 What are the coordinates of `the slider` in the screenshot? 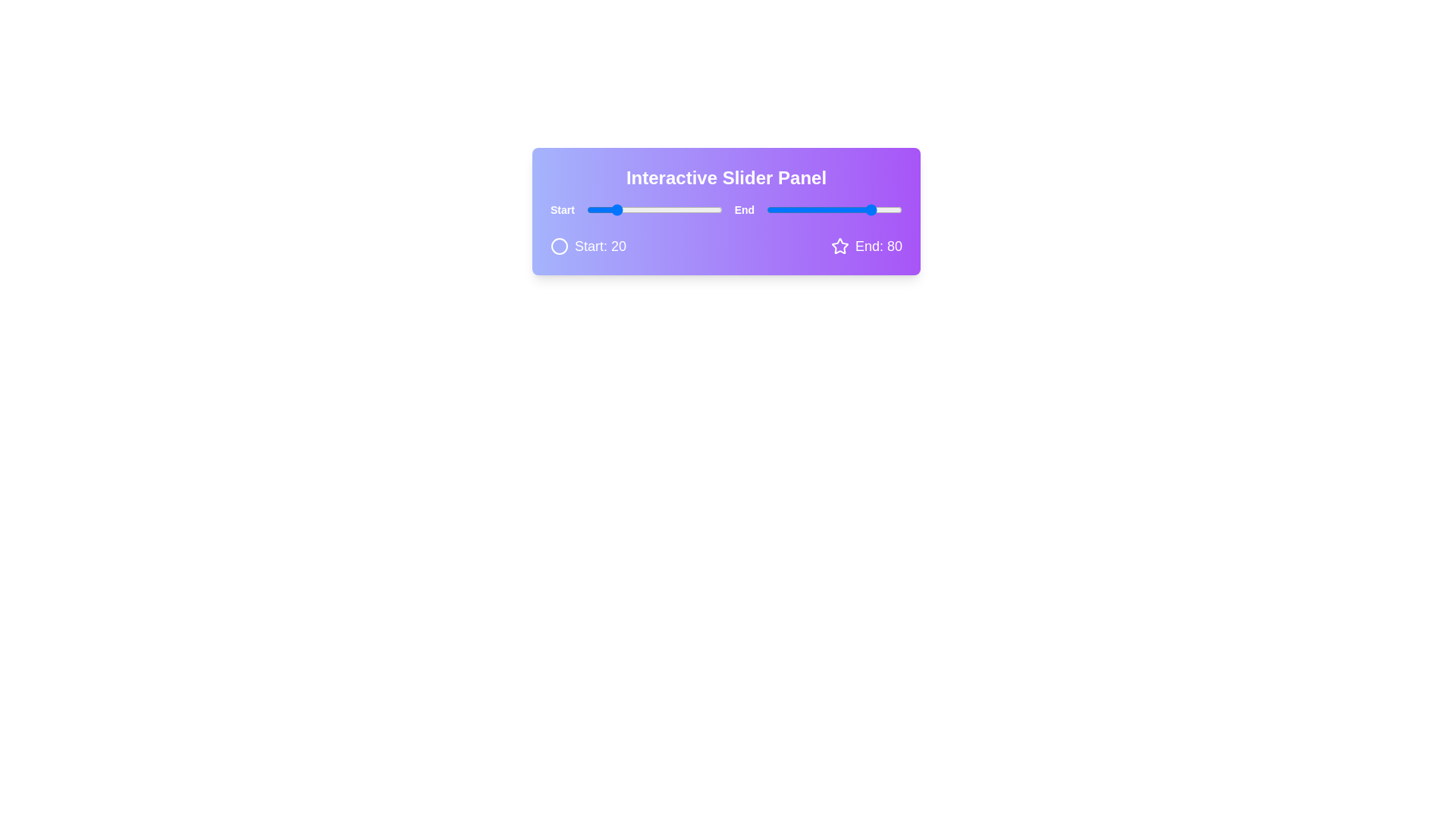 It's located at (844, 210).